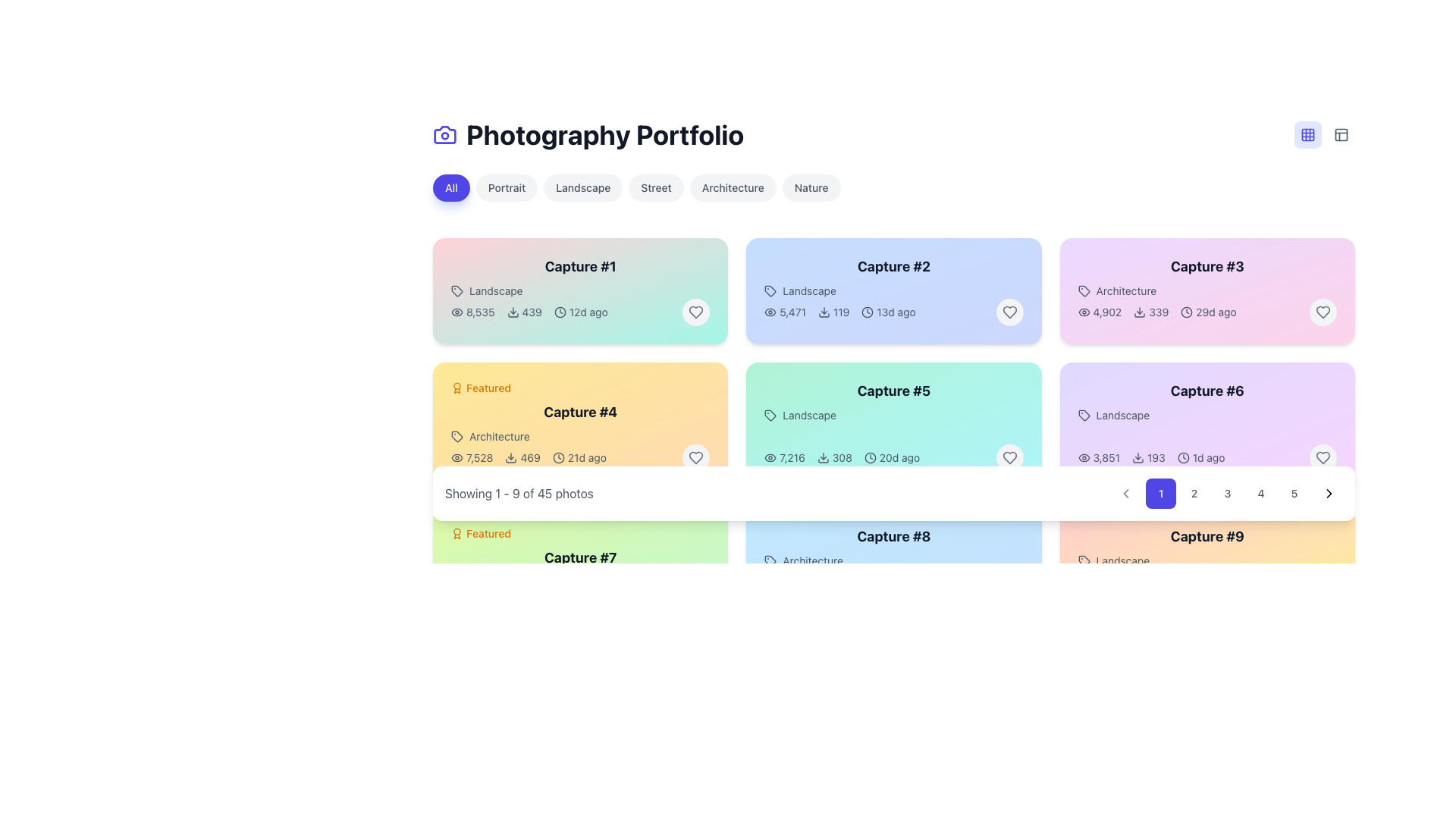 This screenshot has width=1456, height=819. I want to click on the heart icon located in the top-right corner of the third card labeled 'Capture #3' to mark it as a favorite, so click(1323, 312).